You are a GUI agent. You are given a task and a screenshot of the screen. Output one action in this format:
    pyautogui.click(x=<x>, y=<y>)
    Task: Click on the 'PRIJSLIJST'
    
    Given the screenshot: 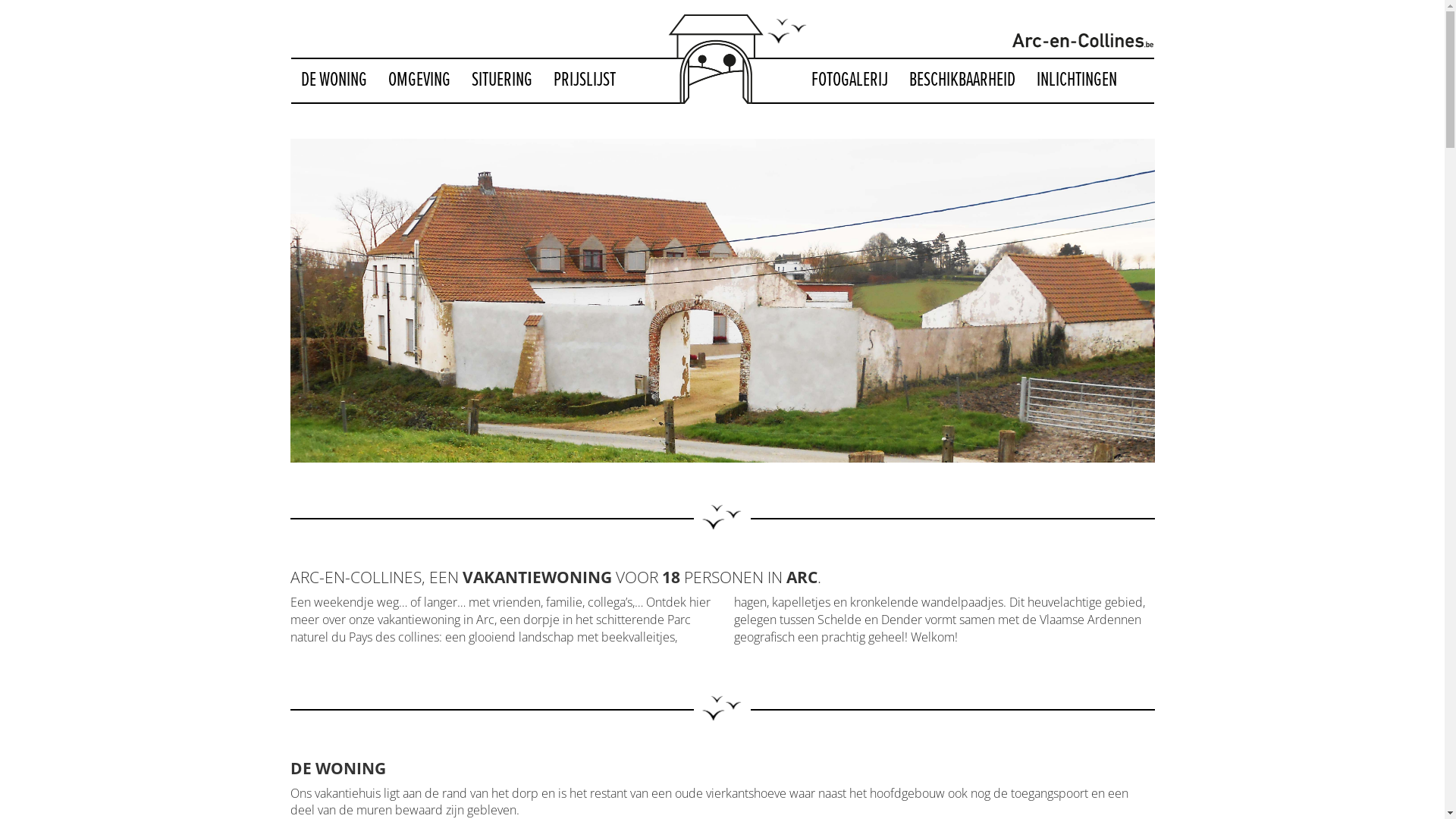 What is the action you would take?
    pyautogui.click(x=542, y=80)
    